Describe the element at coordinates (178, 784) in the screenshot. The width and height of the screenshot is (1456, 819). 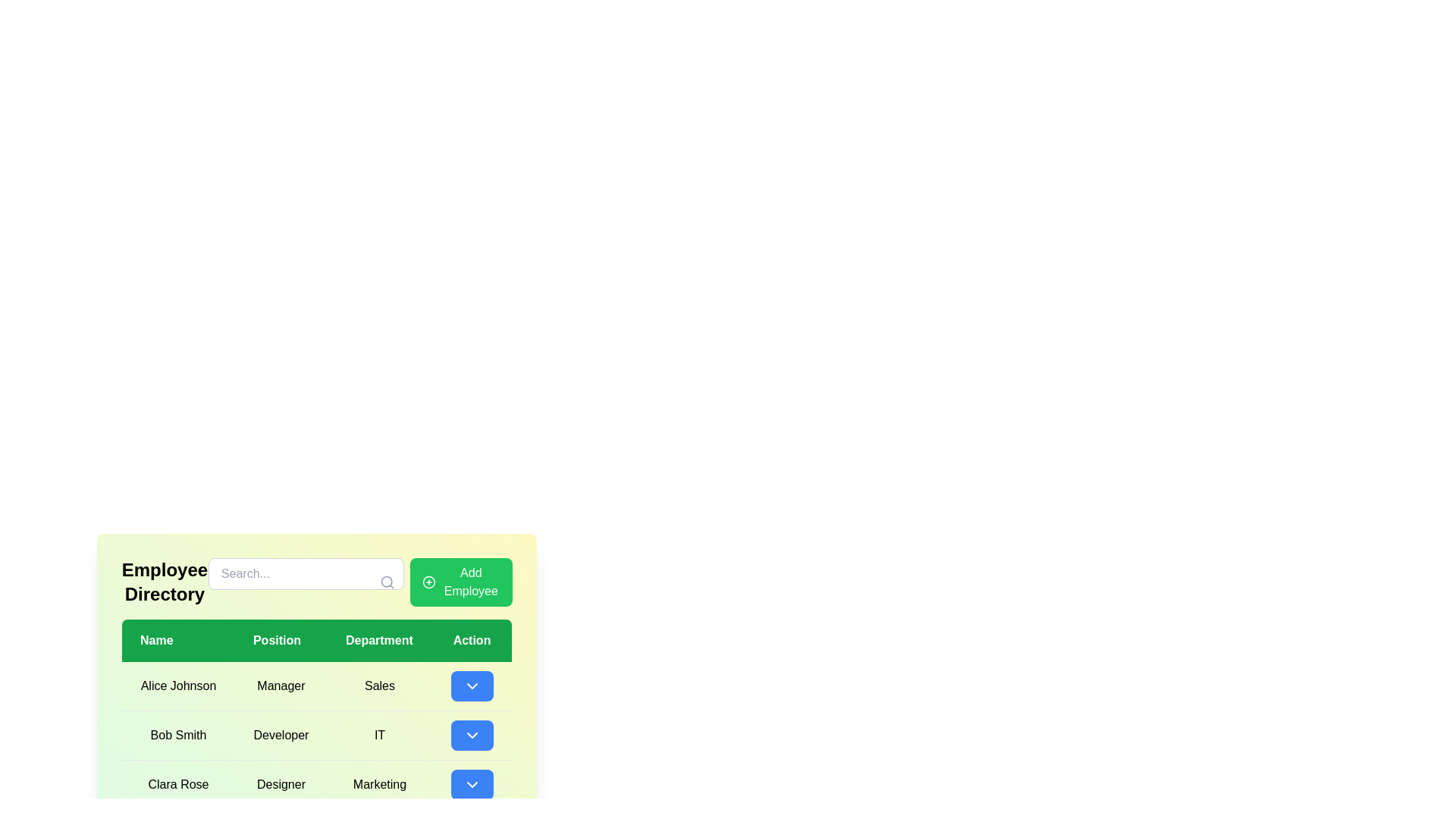
I see `the text label displaying 'Clara Rose' in a green-tinted rectangular cell within the last row of the table under the 'Name' column` at that location.